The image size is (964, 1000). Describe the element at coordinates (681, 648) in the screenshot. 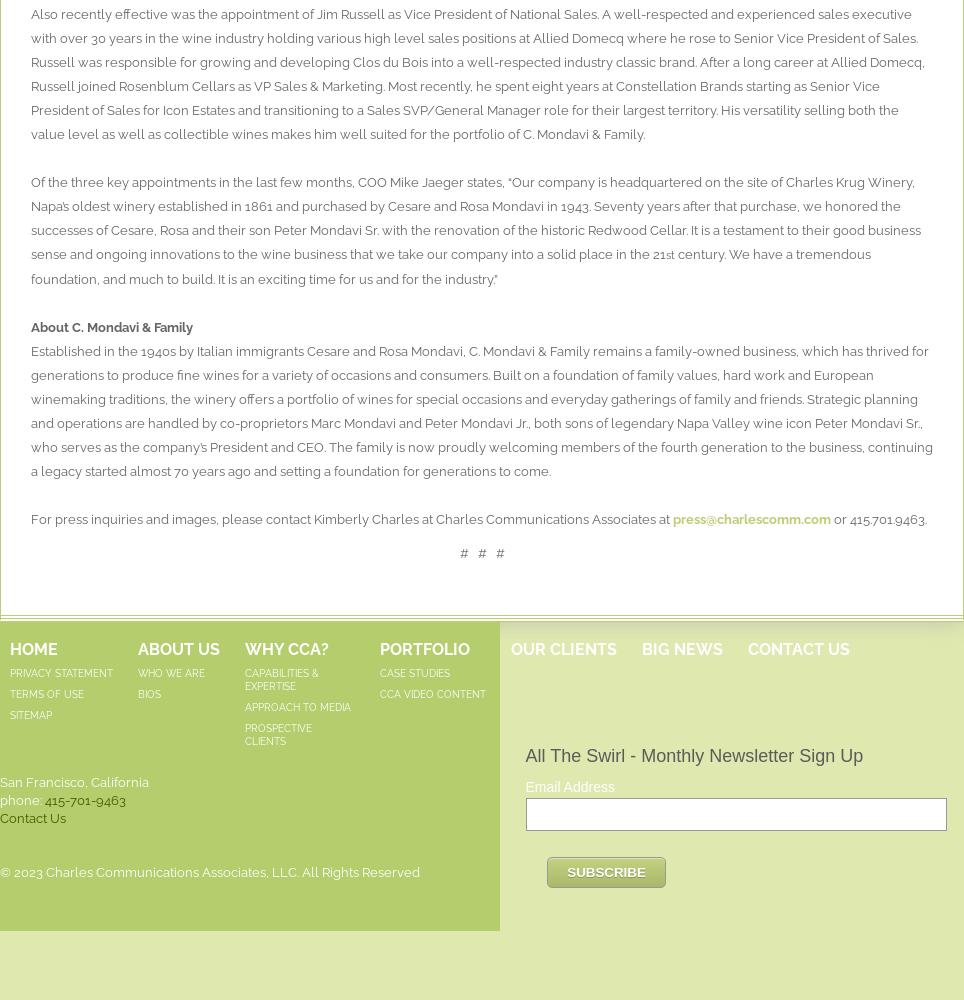

I see `'Big News'` at that location.